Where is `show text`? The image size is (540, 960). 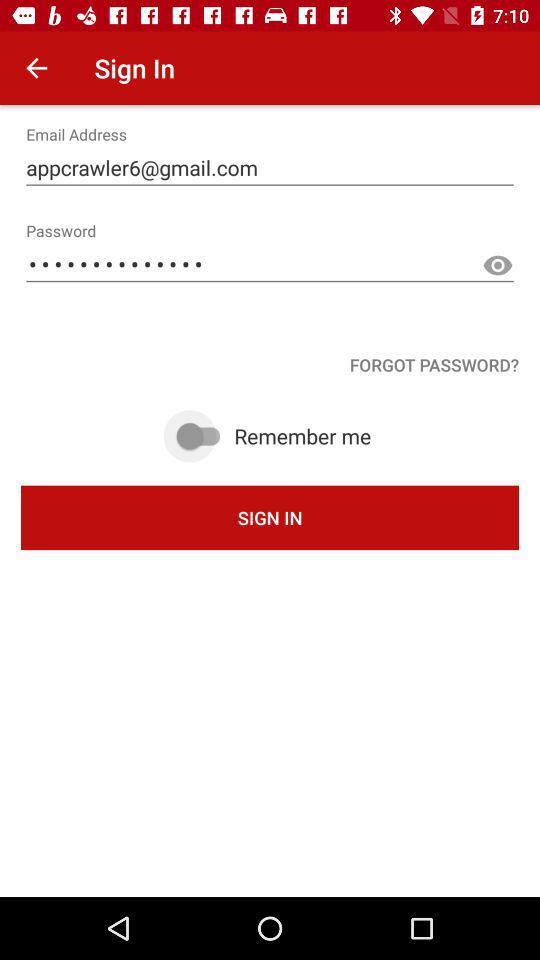
show text is located at coordinates (496, 265).